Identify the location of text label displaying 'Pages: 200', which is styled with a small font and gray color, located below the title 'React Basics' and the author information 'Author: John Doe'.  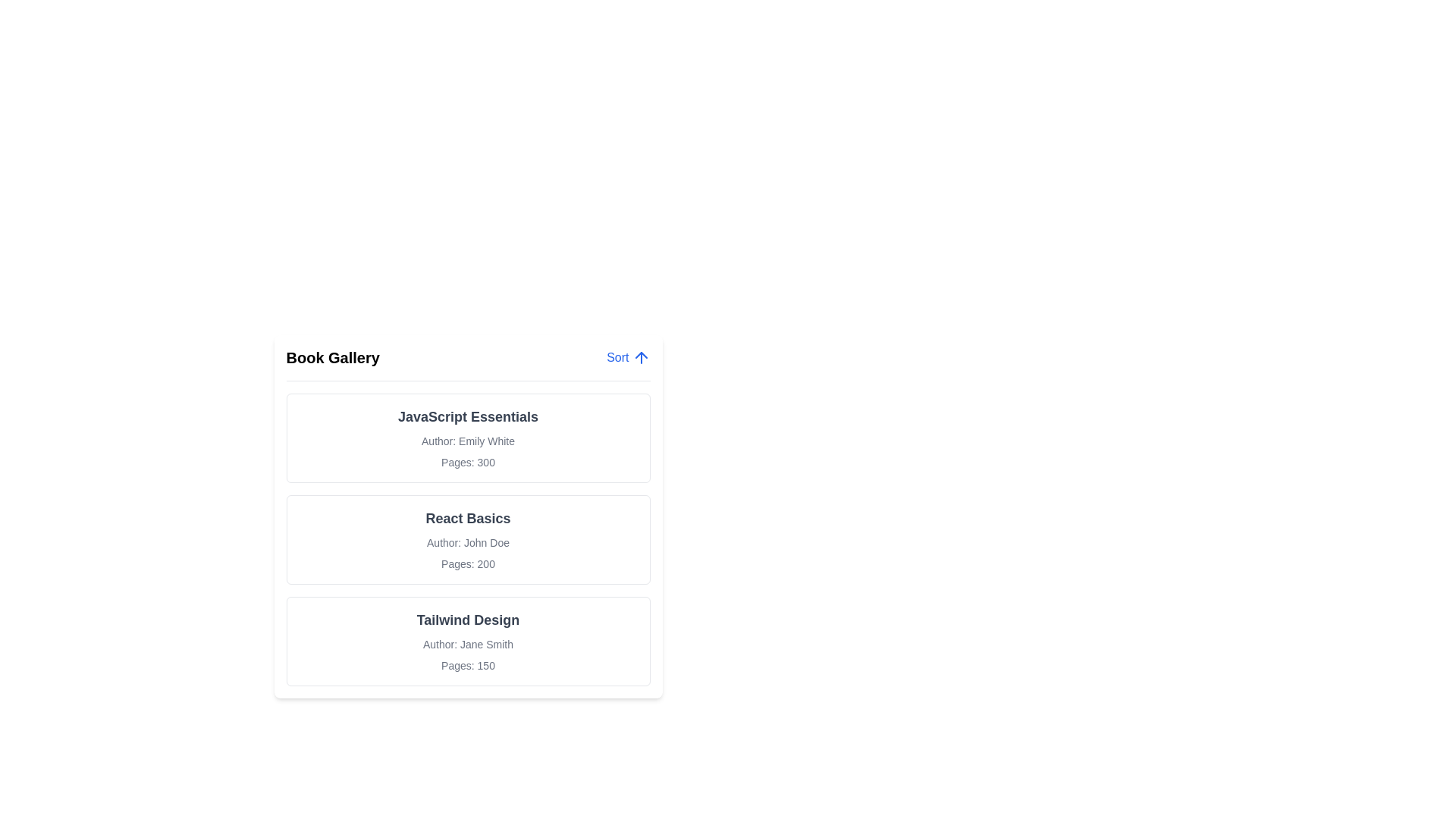
(467, 564).